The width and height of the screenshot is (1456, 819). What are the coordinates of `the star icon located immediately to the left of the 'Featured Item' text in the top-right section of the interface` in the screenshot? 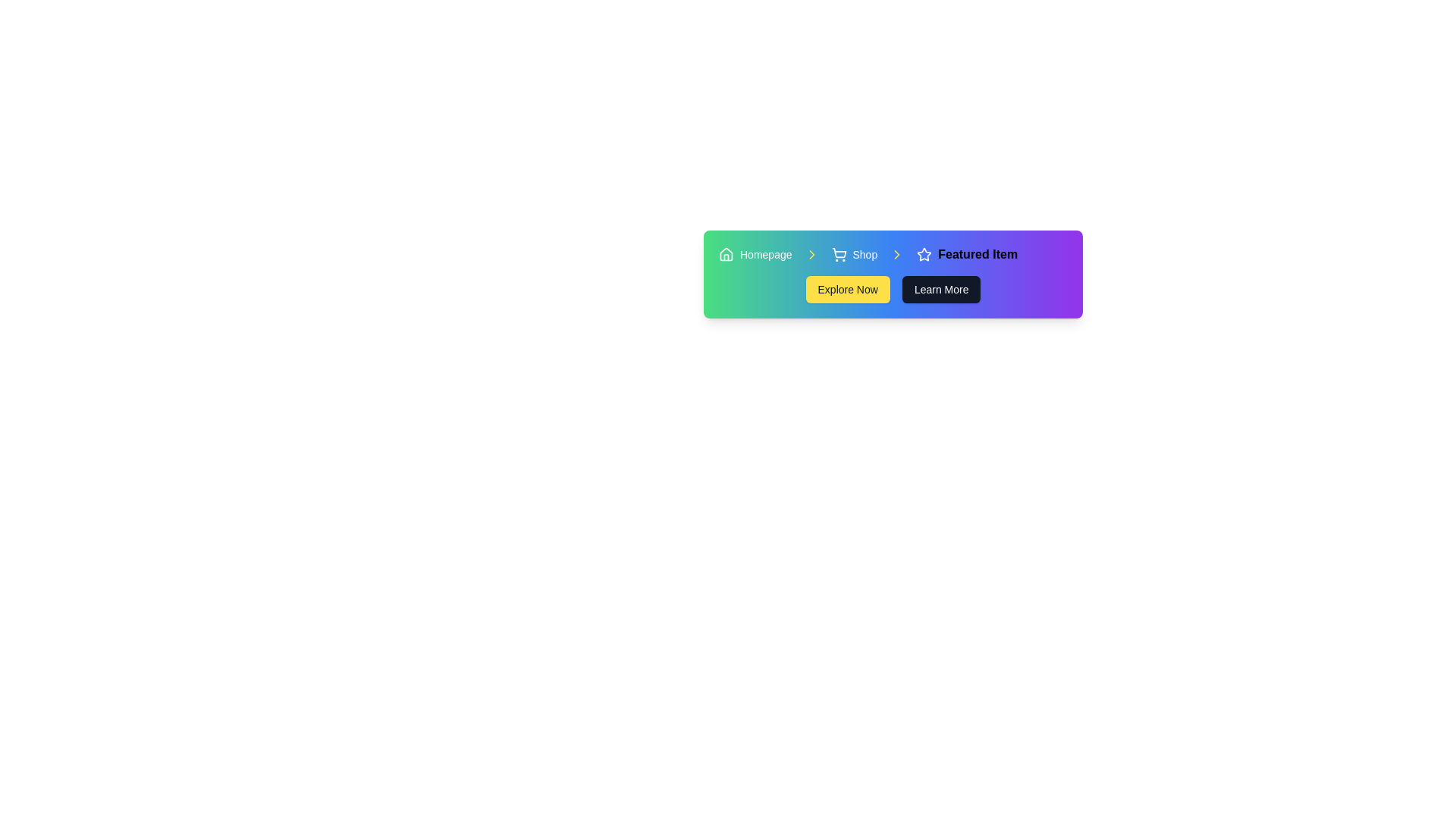 It's located at (924, 253).